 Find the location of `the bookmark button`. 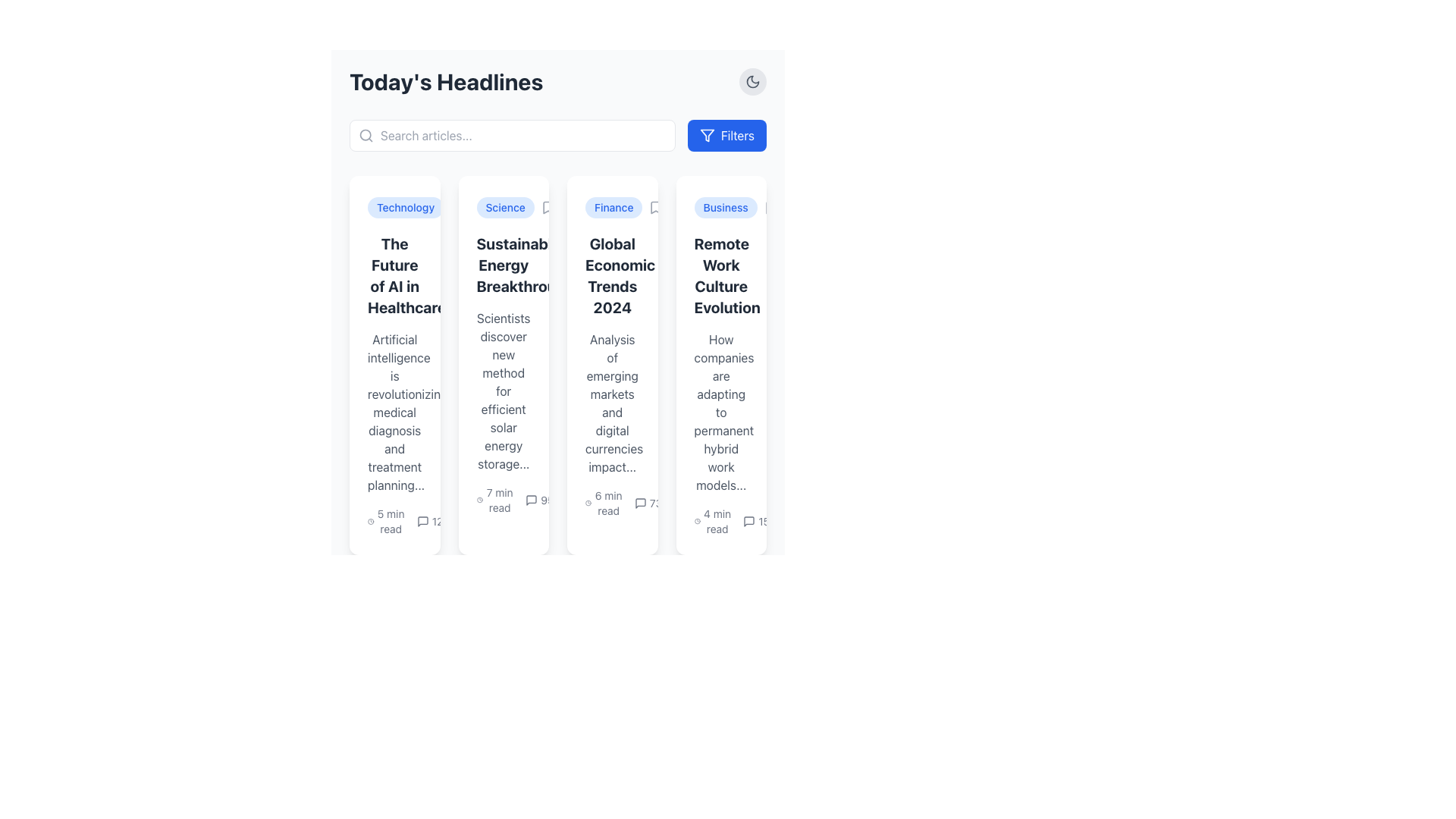

the bookmark button is located at coordinates (770, 207).